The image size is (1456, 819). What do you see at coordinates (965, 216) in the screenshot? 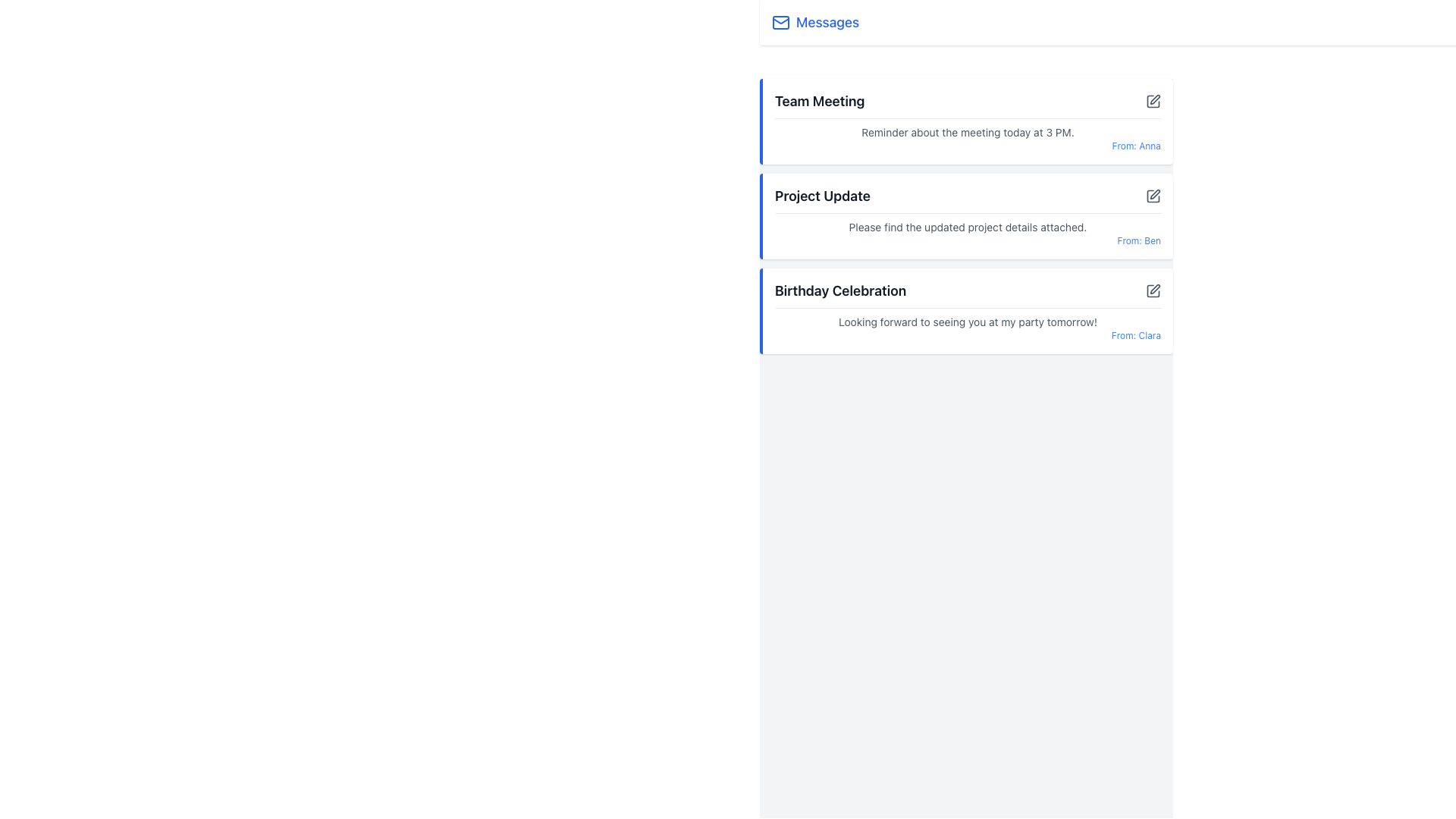
I see `the informational box titled 'Project Update', which has a white background, blue left border, and contains details about the project update` at bounding box center [965, 216].